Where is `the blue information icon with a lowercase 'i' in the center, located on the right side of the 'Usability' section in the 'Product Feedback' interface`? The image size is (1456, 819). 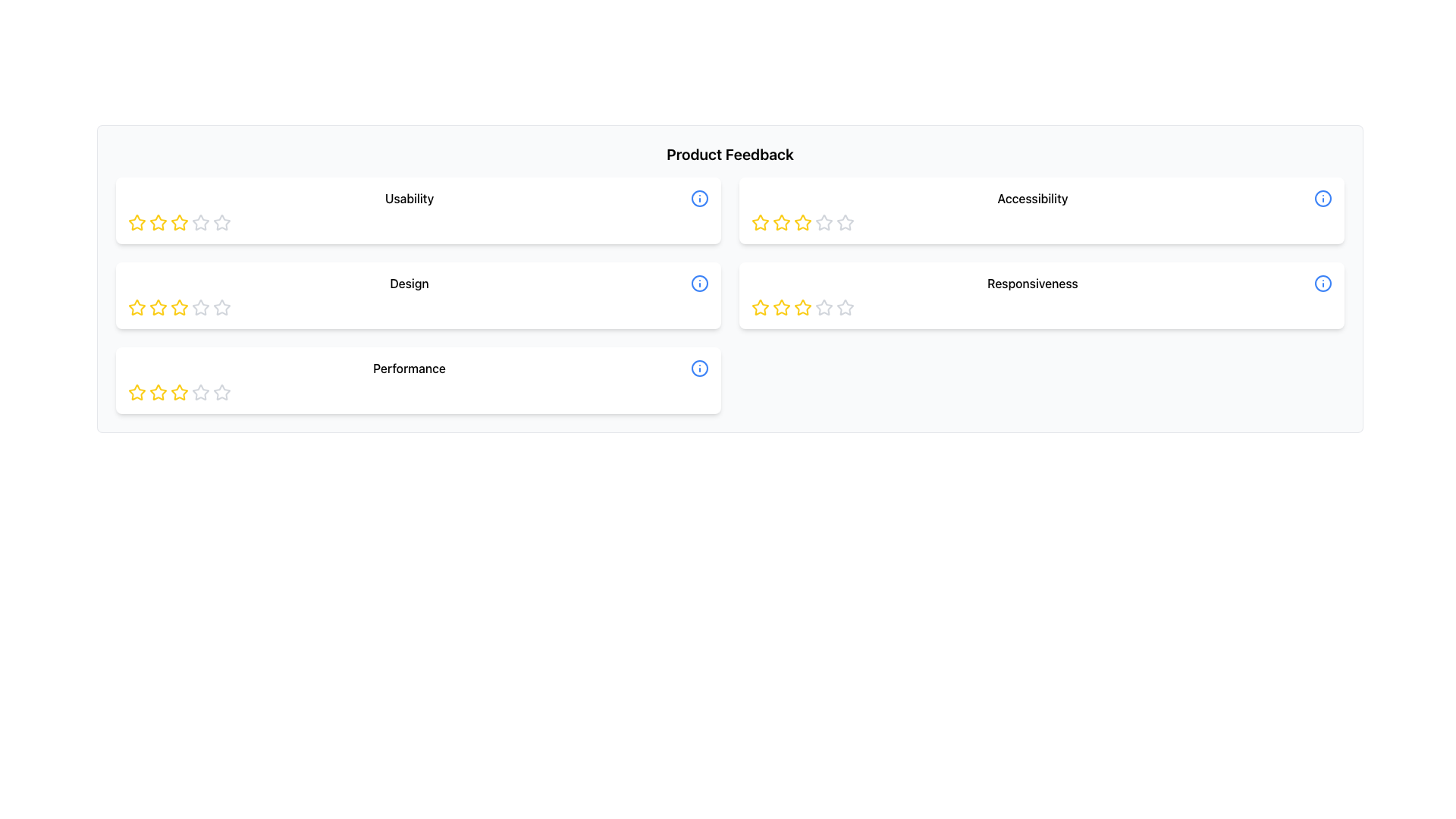
the blue information icon with a lowercase 'i' in the center, located on the right side of the 'Usability' section in the 'Product Feedback' interface is located at coordinates (698, 198).